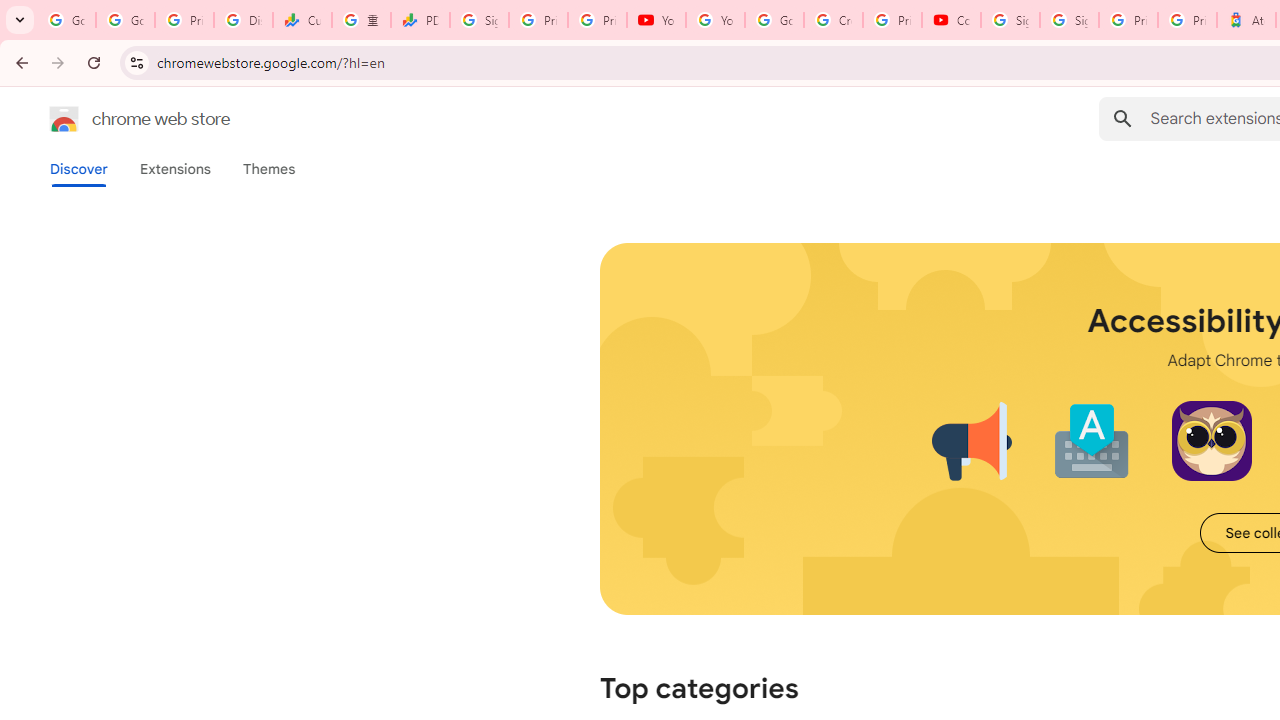 Image resolution: width=1280 pixels, height=720 pixels. Describe the element at coordinates (656, 20) in the screenshot. I see `'YouTube'` at that location.